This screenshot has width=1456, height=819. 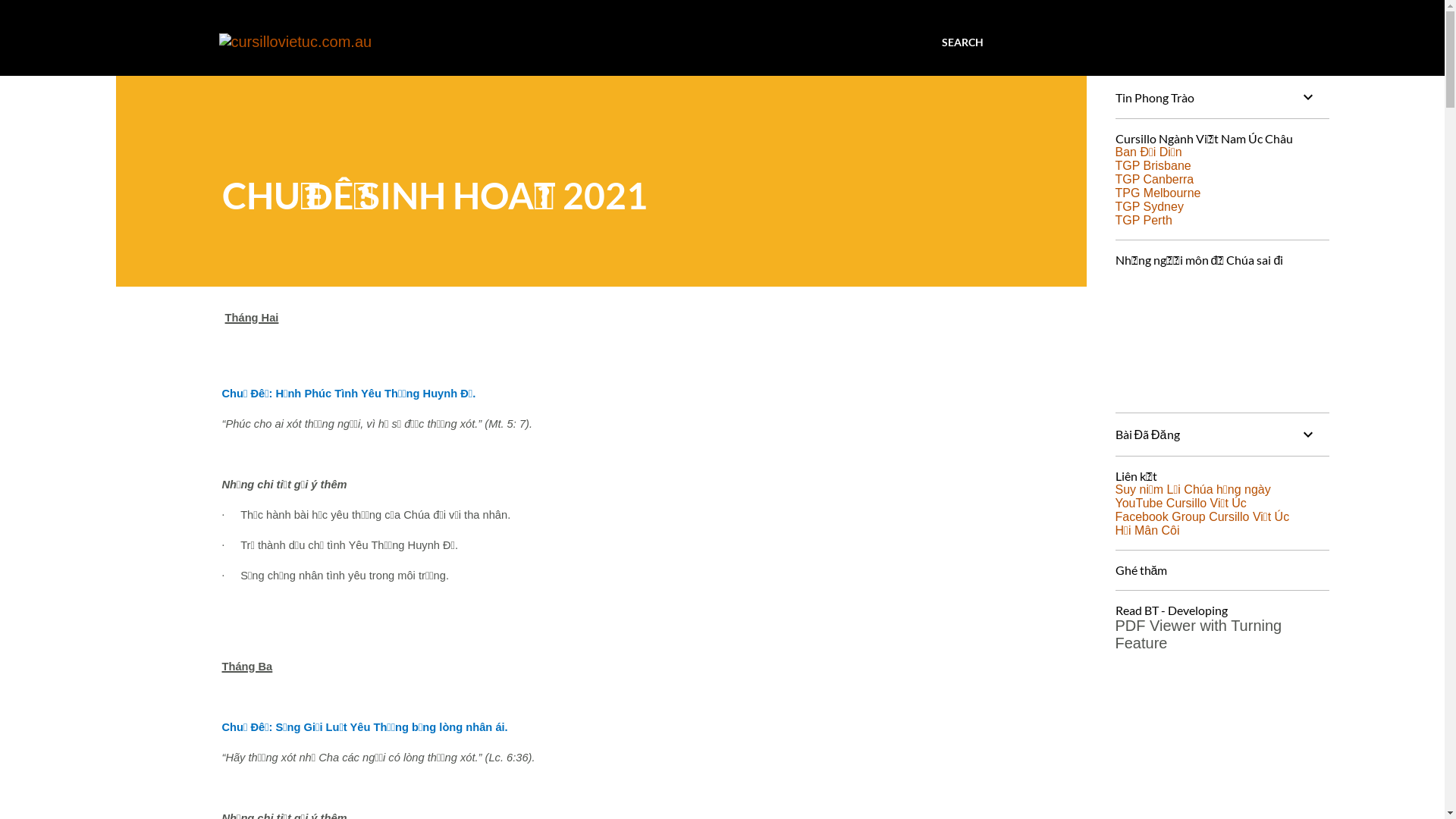 What do you see at coordinates (1153, 165) in the screenshot?
I see `'TGP Brisbane'` at bounding box center [1153, 165].